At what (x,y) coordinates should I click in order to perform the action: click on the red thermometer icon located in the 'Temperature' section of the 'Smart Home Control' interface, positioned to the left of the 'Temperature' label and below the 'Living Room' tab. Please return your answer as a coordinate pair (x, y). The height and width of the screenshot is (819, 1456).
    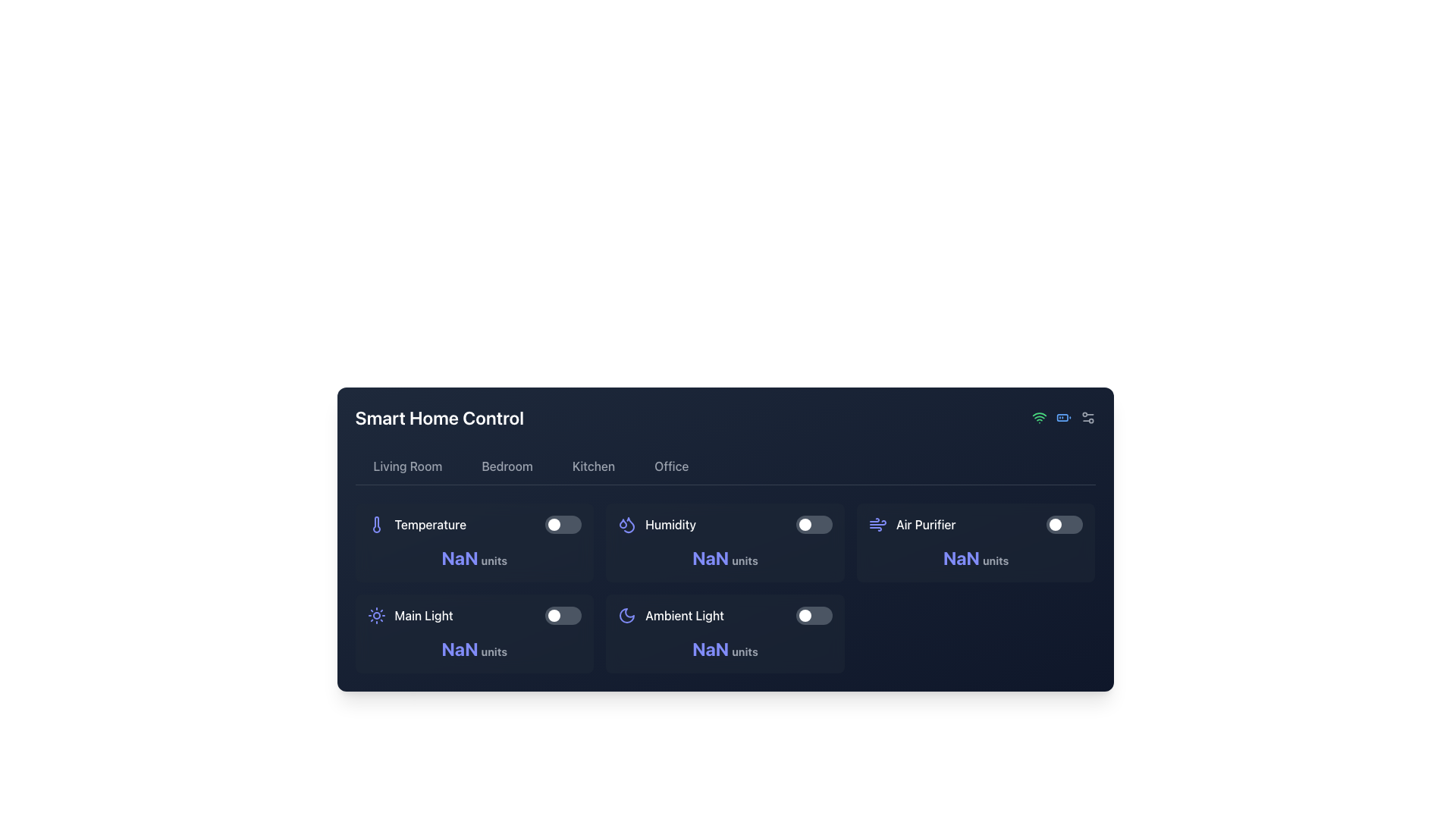
    Looking at the image, I should click on (376, 523).